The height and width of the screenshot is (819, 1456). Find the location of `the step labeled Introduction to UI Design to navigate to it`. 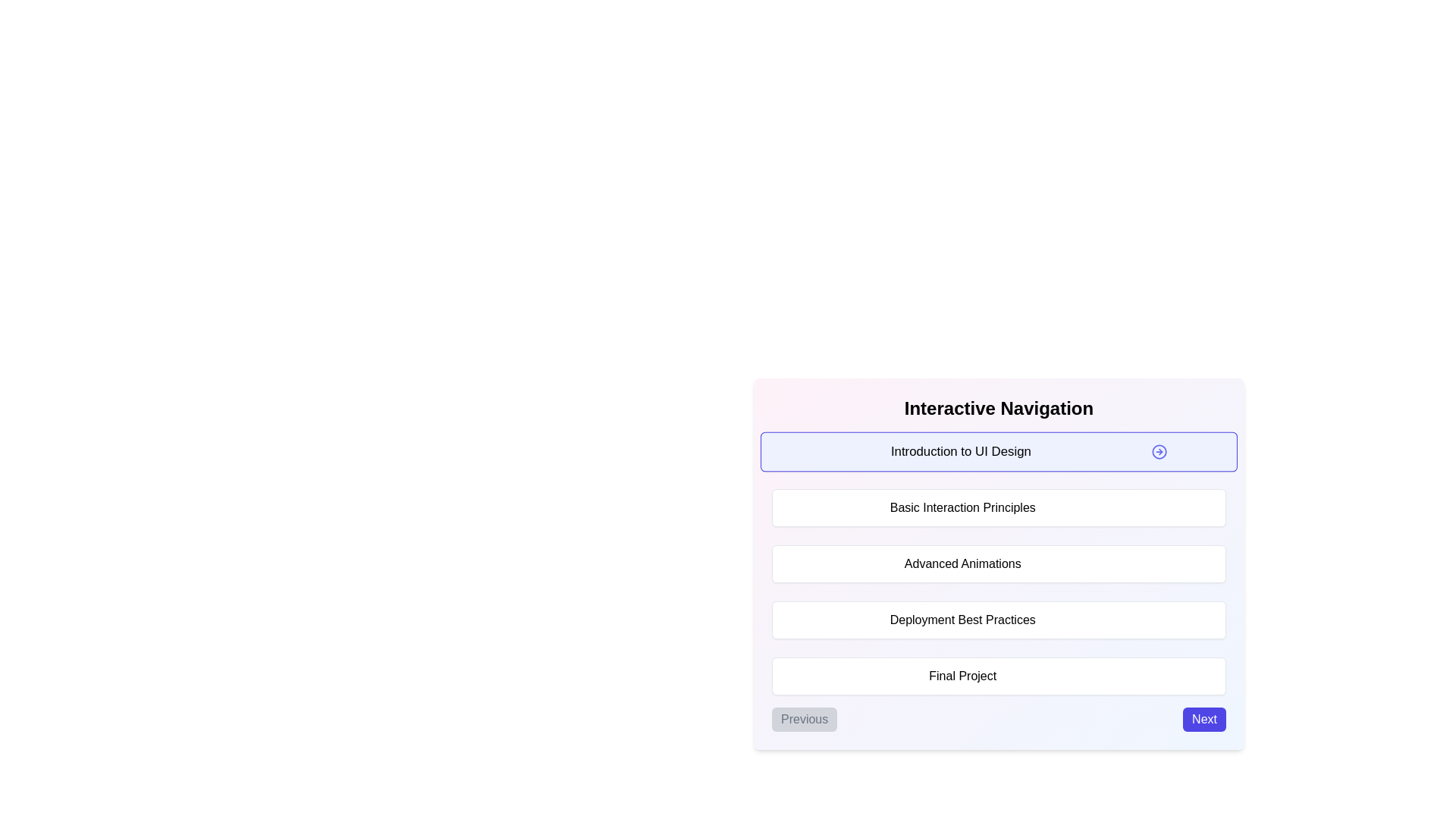

the step labeled Introduction to UI Design to navigate to it is located at coordinates (999, 451).